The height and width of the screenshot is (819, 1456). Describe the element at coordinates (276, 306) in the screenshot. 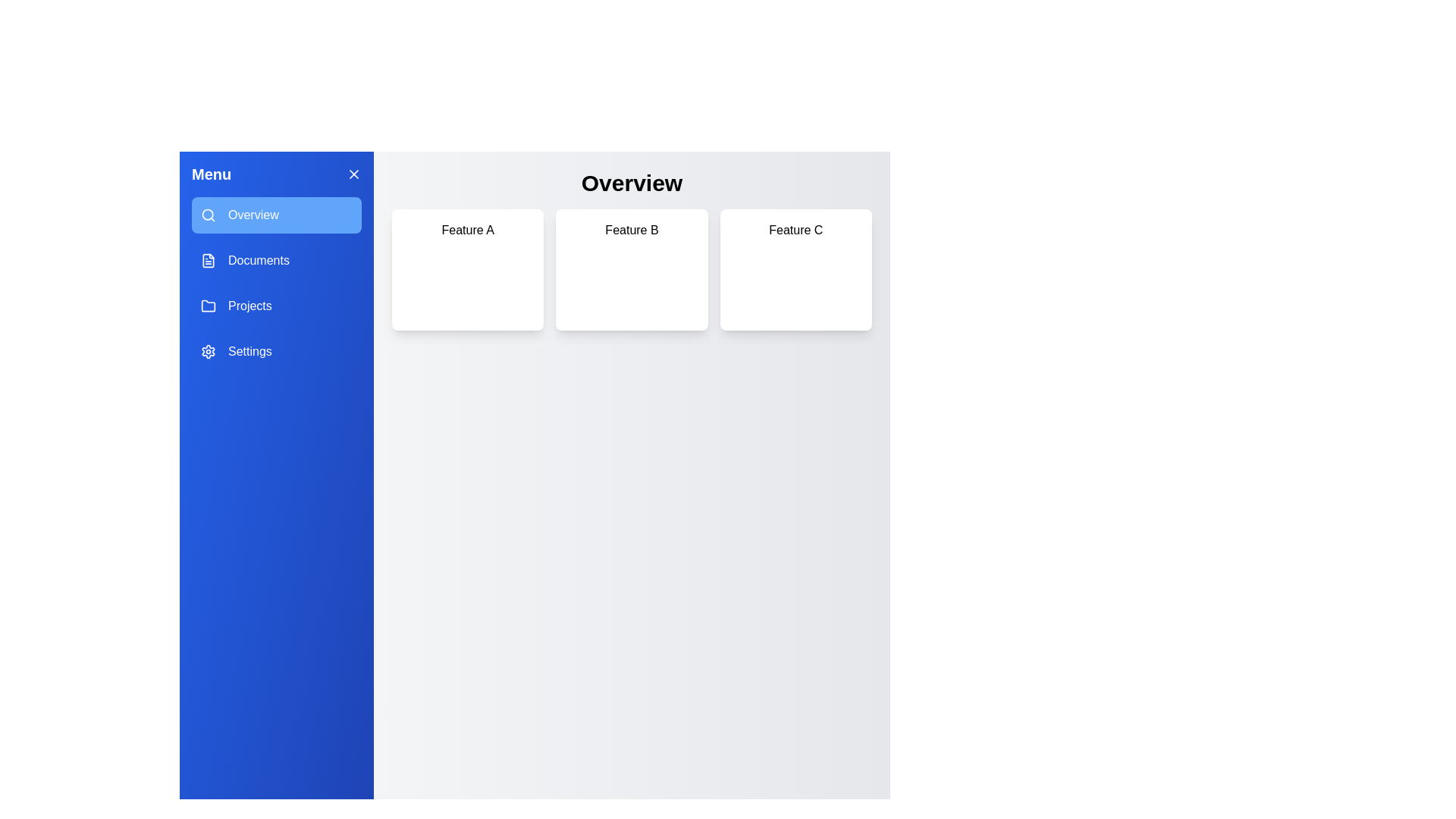

I see `the Projects tab by clicking on its corresponding button in the drawer menu` at that location.